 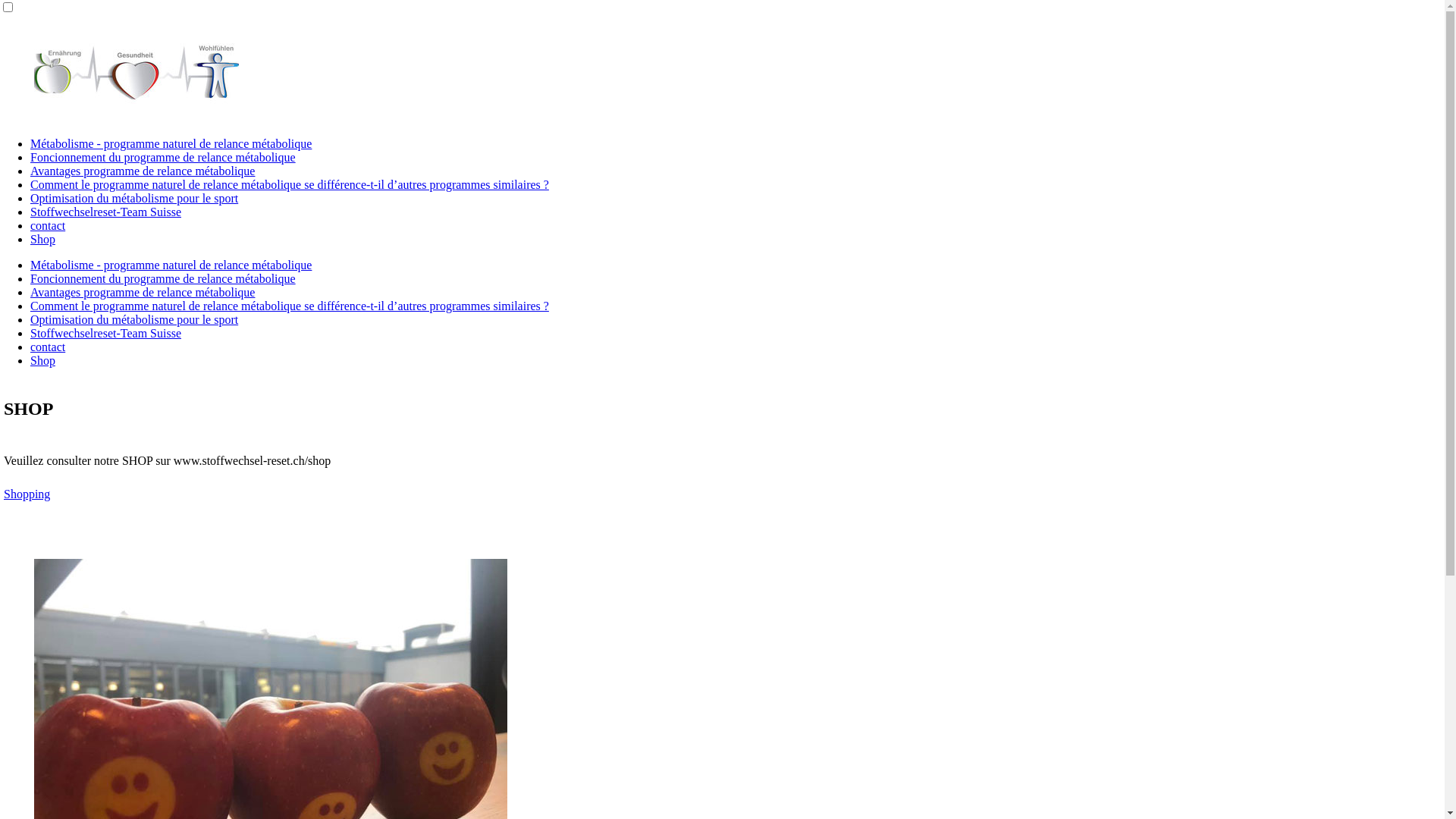 I want to click on 'Shop', so click(x=42, y=239).